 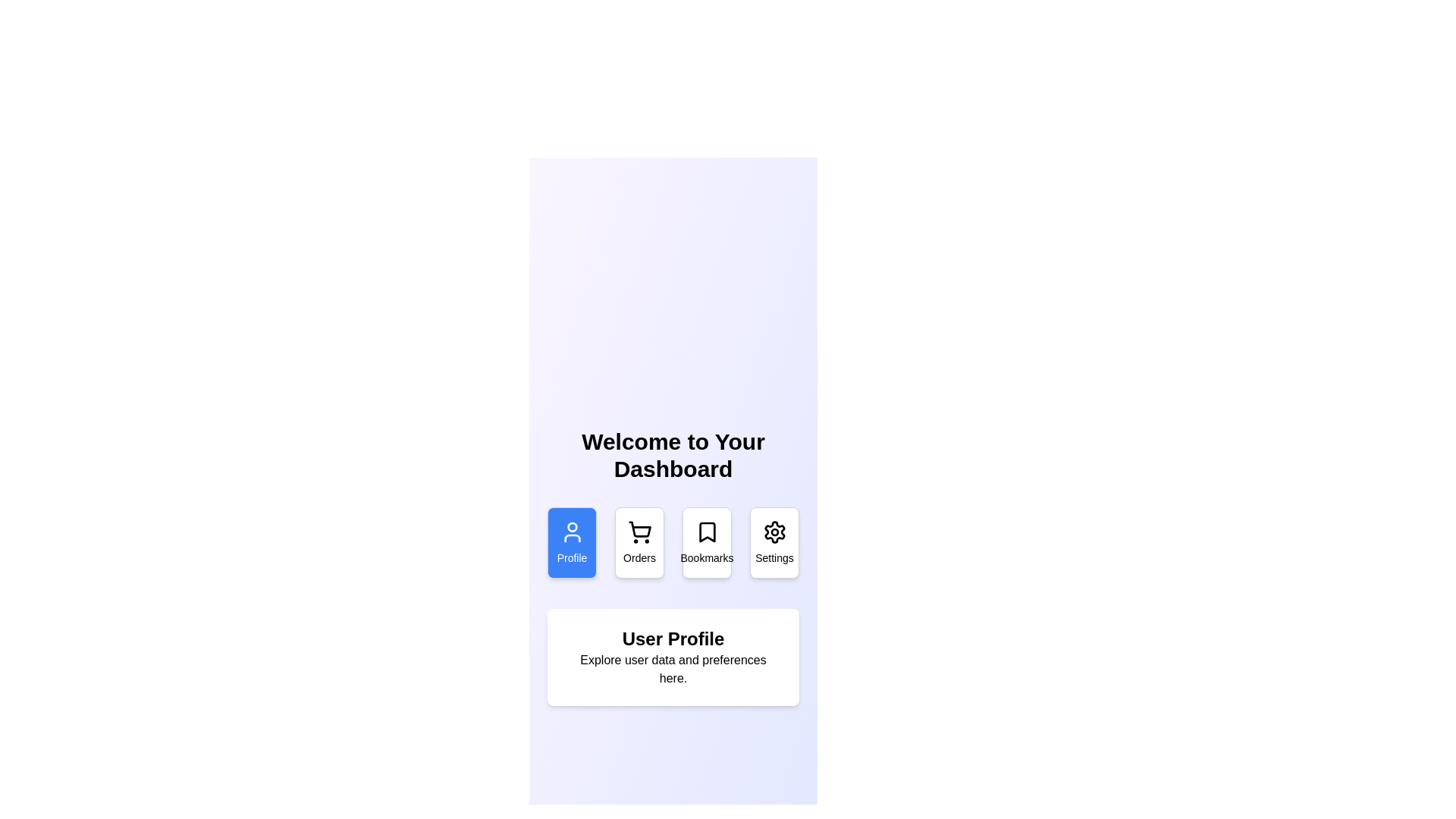 What do you see at coordinates (673, 639) in the screenshot?
I see `the 'User Profile' text label, which is a bold and large-sized text positioned above a smaller description within a prominent card` at bounding box center [673, 639].